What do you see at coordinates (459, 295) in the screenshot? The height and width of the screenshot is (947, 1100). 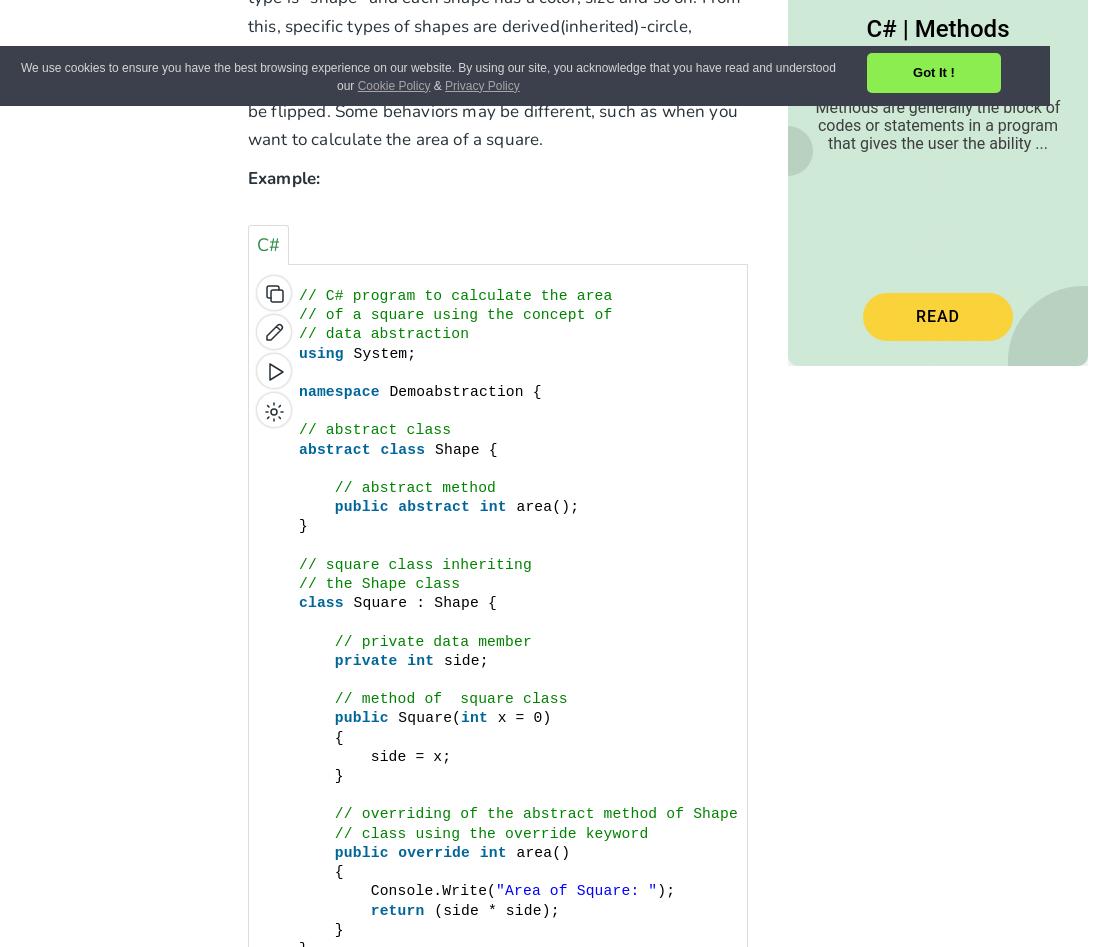 I see `'// C# program to calculate the area'` at bounding box center [459, 295].